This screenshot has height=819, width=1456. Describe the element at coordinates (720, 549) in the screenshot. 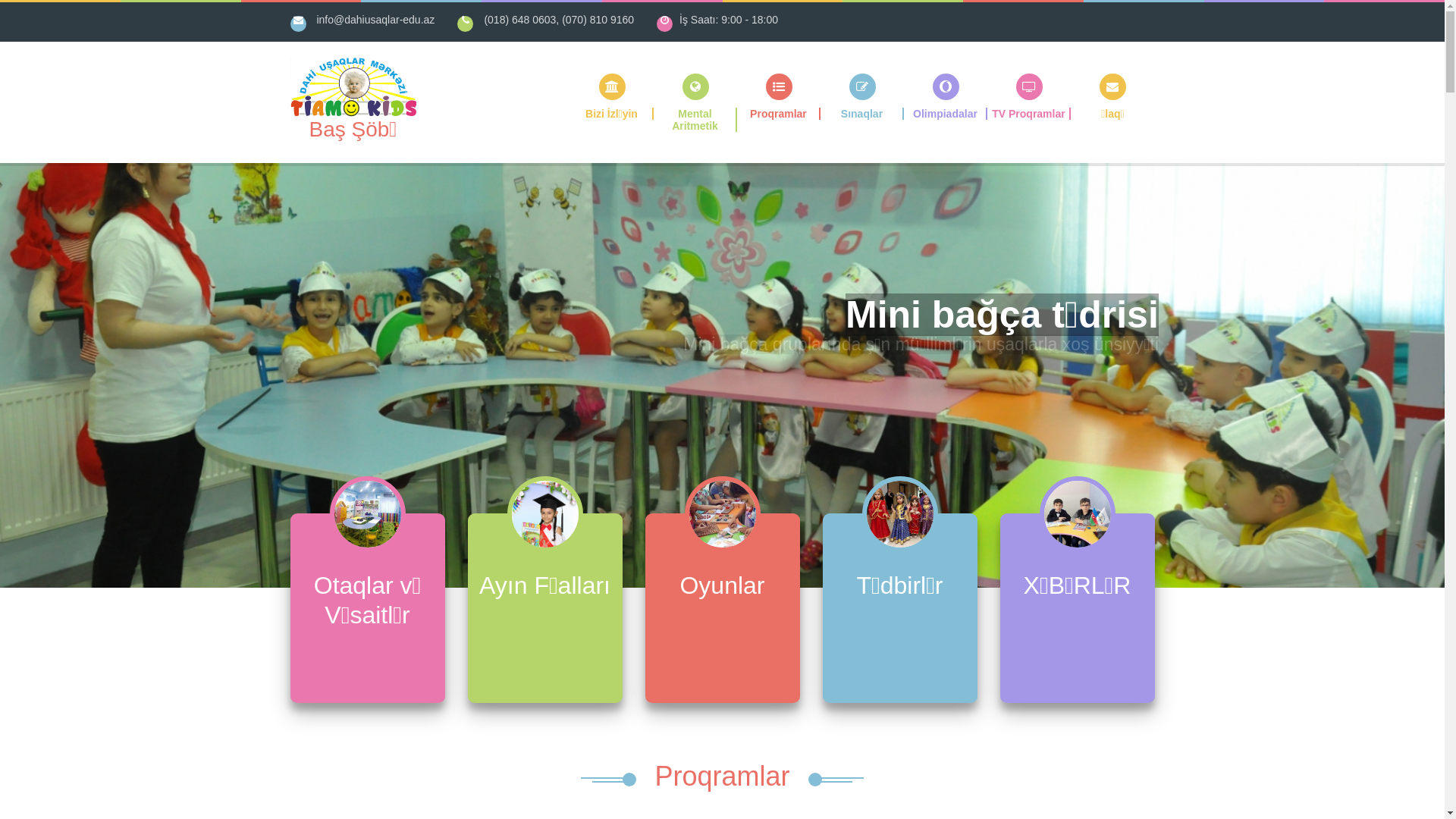

I see `'Oyunlar'` at that location.